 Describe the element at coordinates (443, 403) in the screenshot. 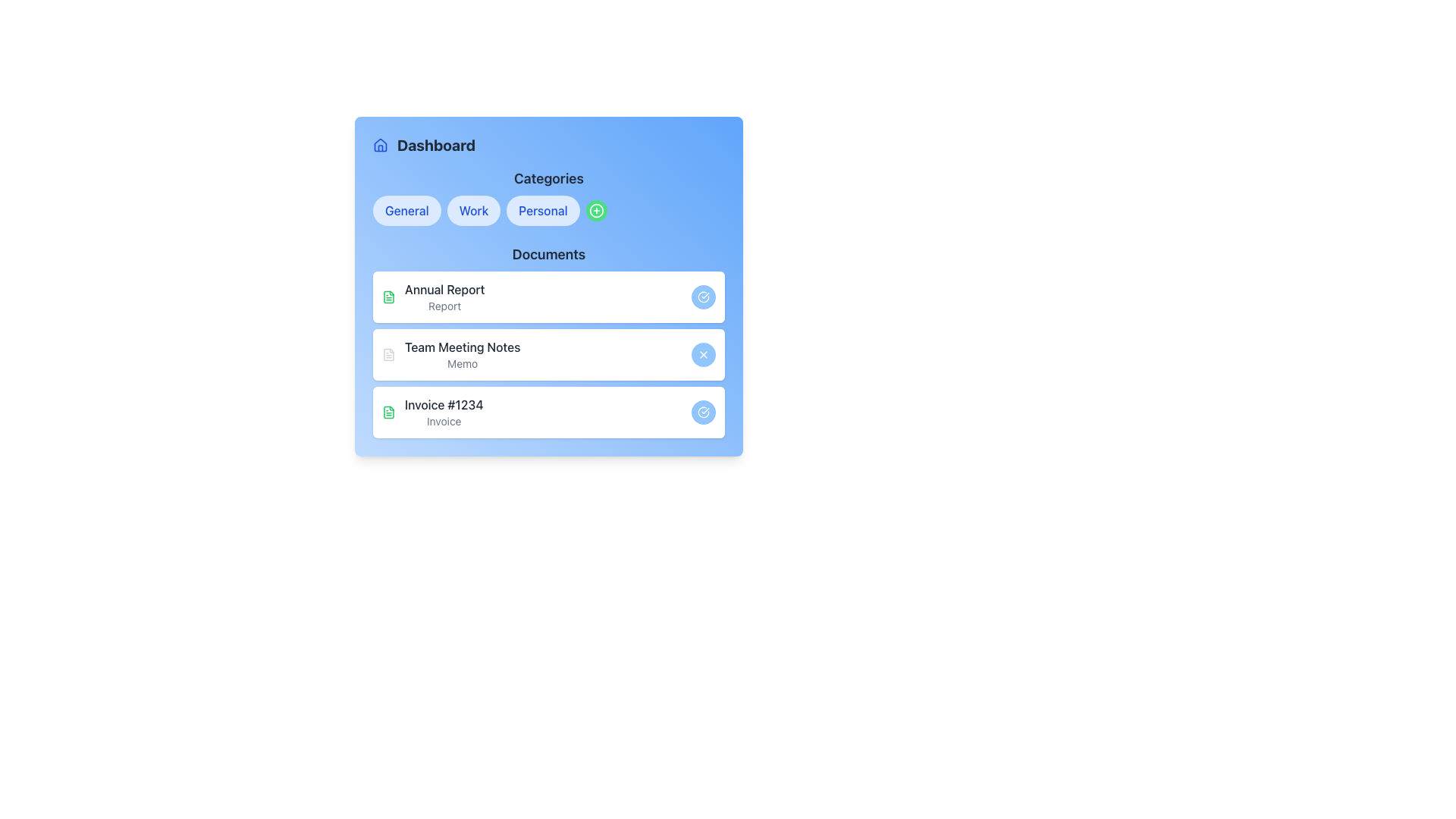

I see `the text label displaying the identifier of the document titled 'Invoice', which is positioned in the bottommost document entry box within the 'Documents' section` at that location.